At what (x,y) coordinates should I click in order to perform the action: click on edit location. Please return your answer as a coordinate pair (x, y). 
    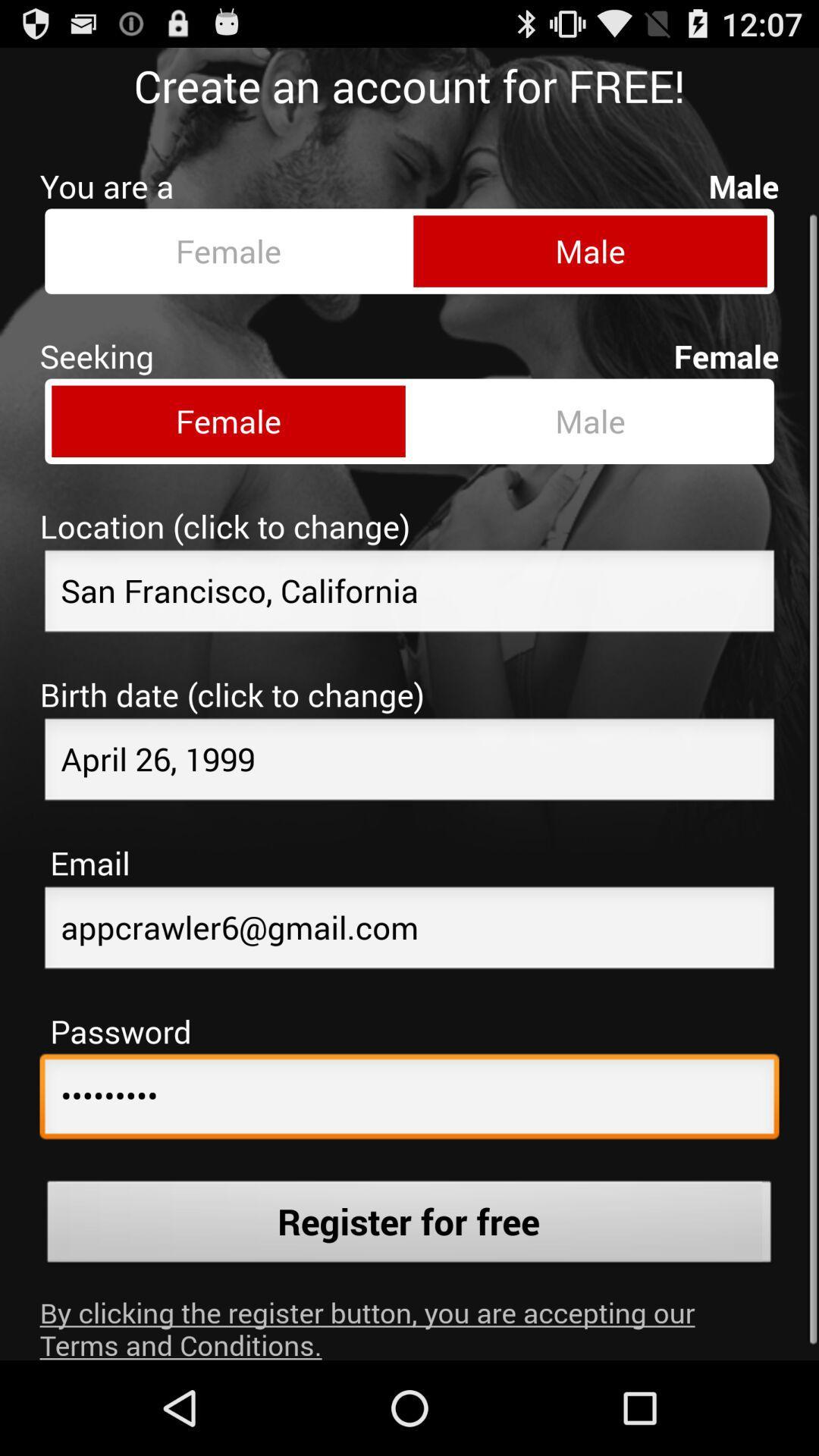
    Looking at the image, I should click on (409, 581).